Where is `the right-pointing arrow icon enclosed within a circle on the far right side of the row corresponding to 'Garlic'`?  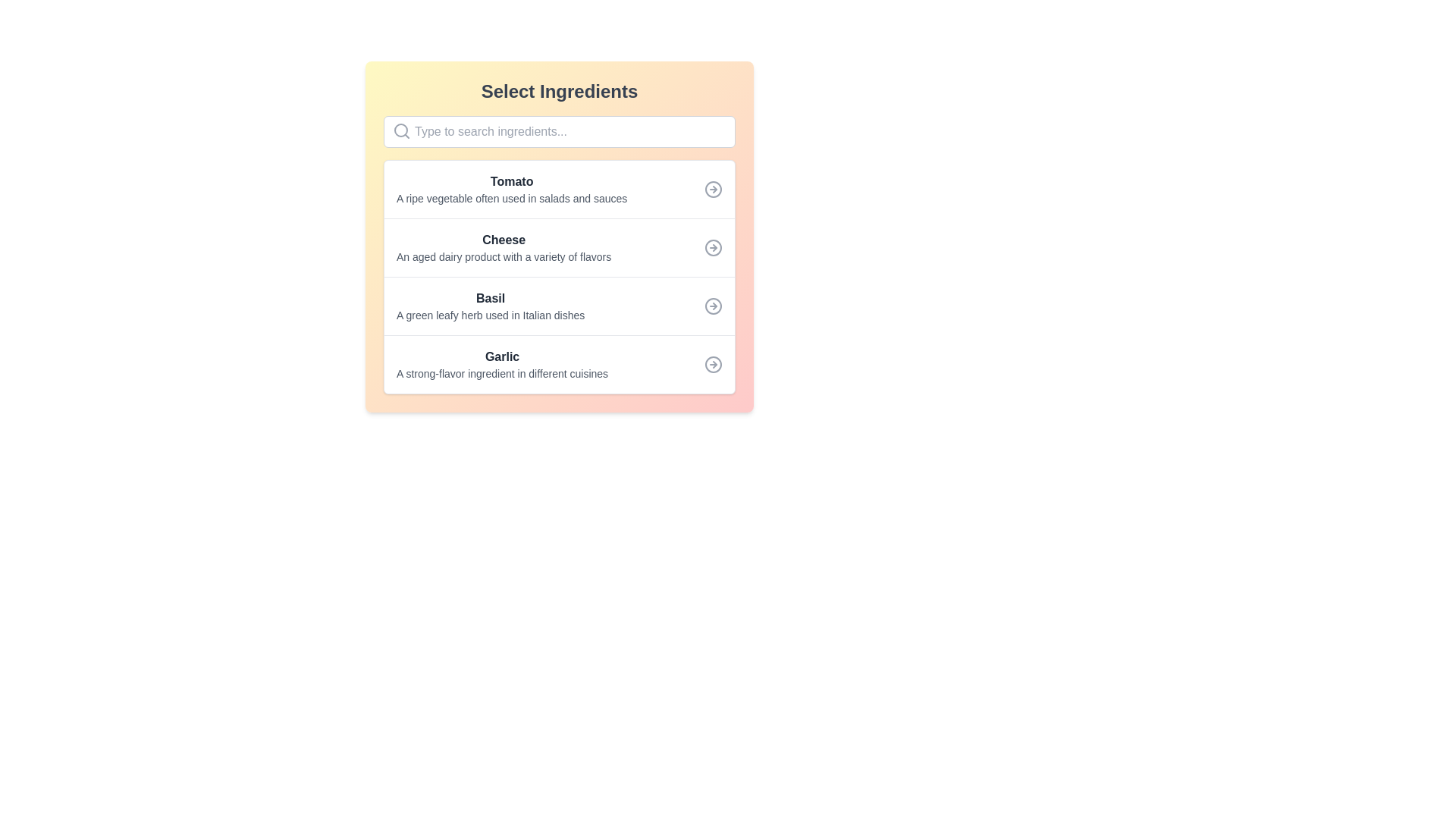
the right-pointing arrow icon enclosed within a circle on the far right side of the row corresponding to 'Garlic' is located at coordinates (712, 365).